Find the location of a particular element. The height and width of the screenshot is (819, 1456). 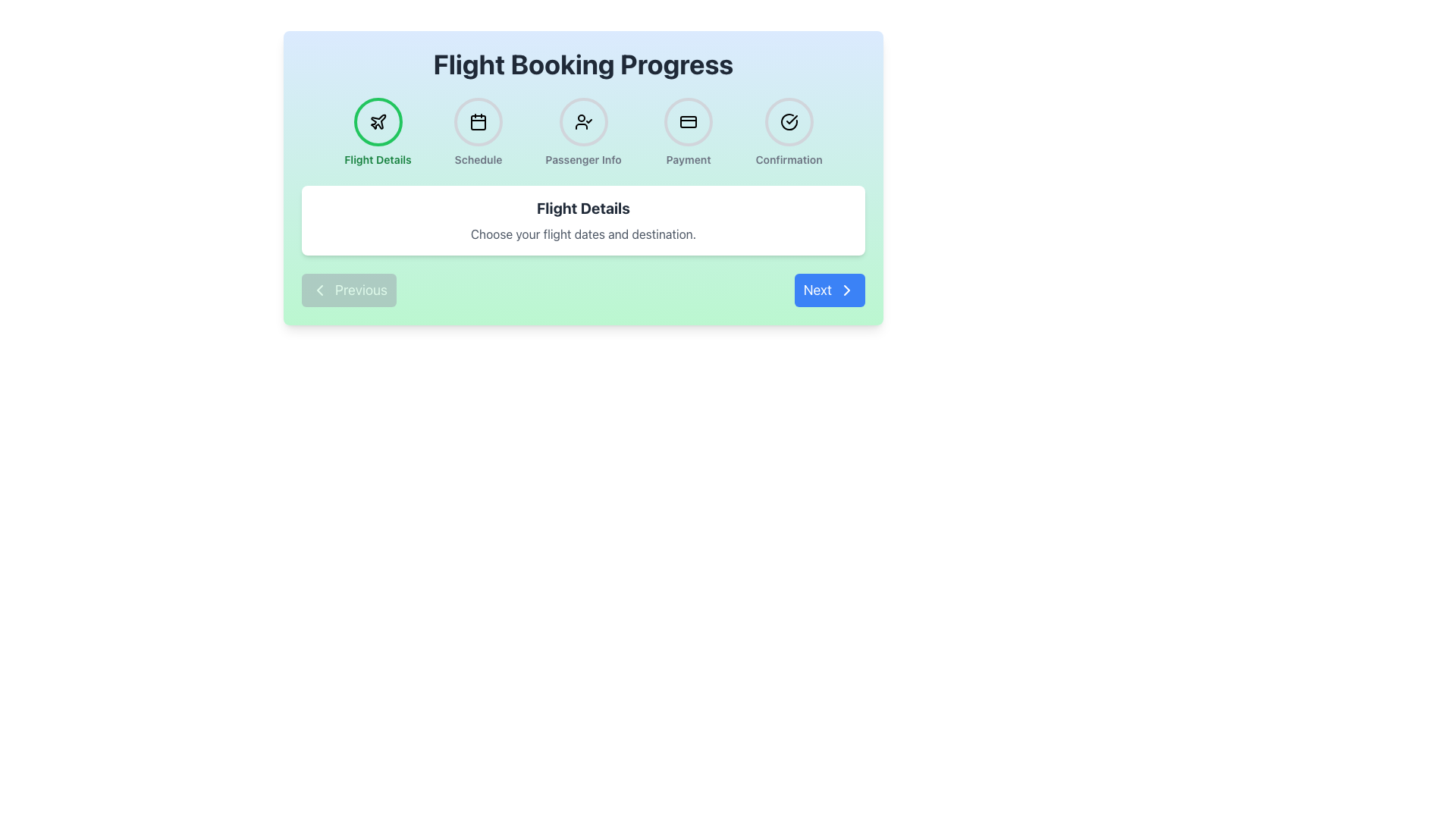

the black airplane icon located in the first position from the left in the set of progress indicators at the top of the interface is located at coordinates (378, 121).